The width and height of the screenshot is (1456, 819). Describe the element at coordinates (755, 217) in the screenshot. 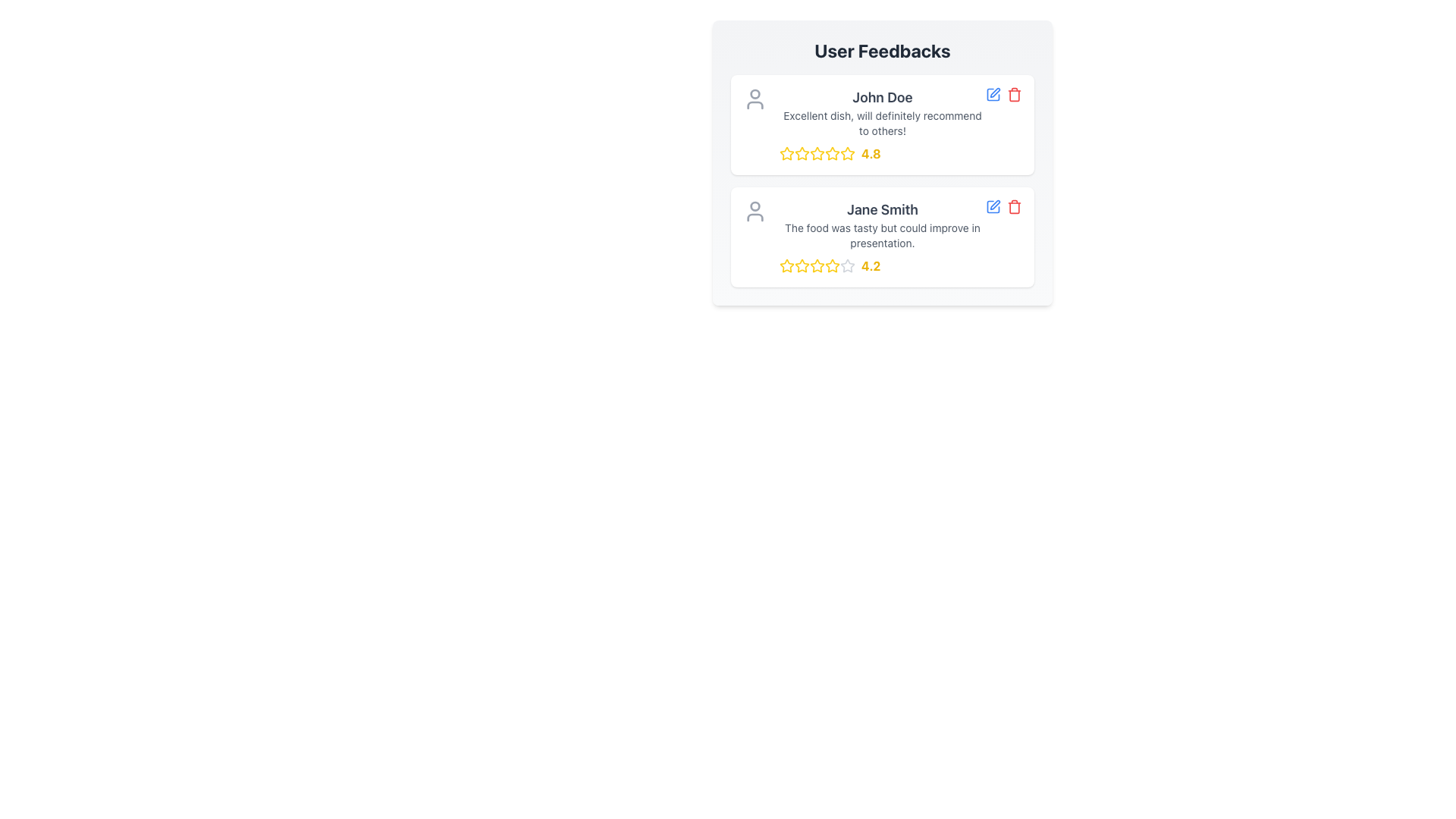

I see `the semi-circular curve representing the lower half of the user's profile icon in the SVG illustration` at that location.